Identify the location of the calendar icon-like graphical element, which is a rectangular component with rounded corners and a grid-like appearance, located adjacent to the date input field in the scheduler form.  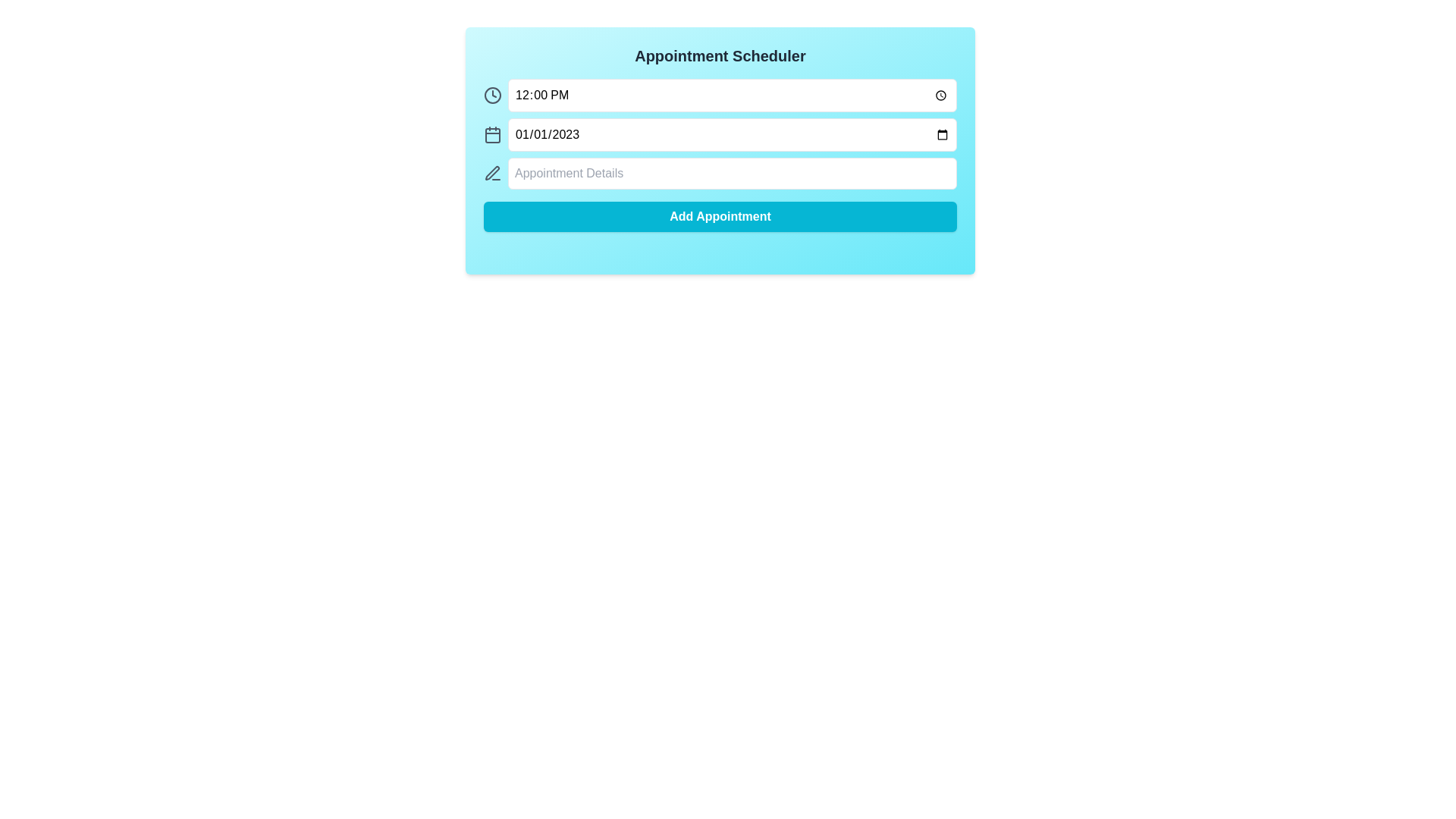
(492, 134).